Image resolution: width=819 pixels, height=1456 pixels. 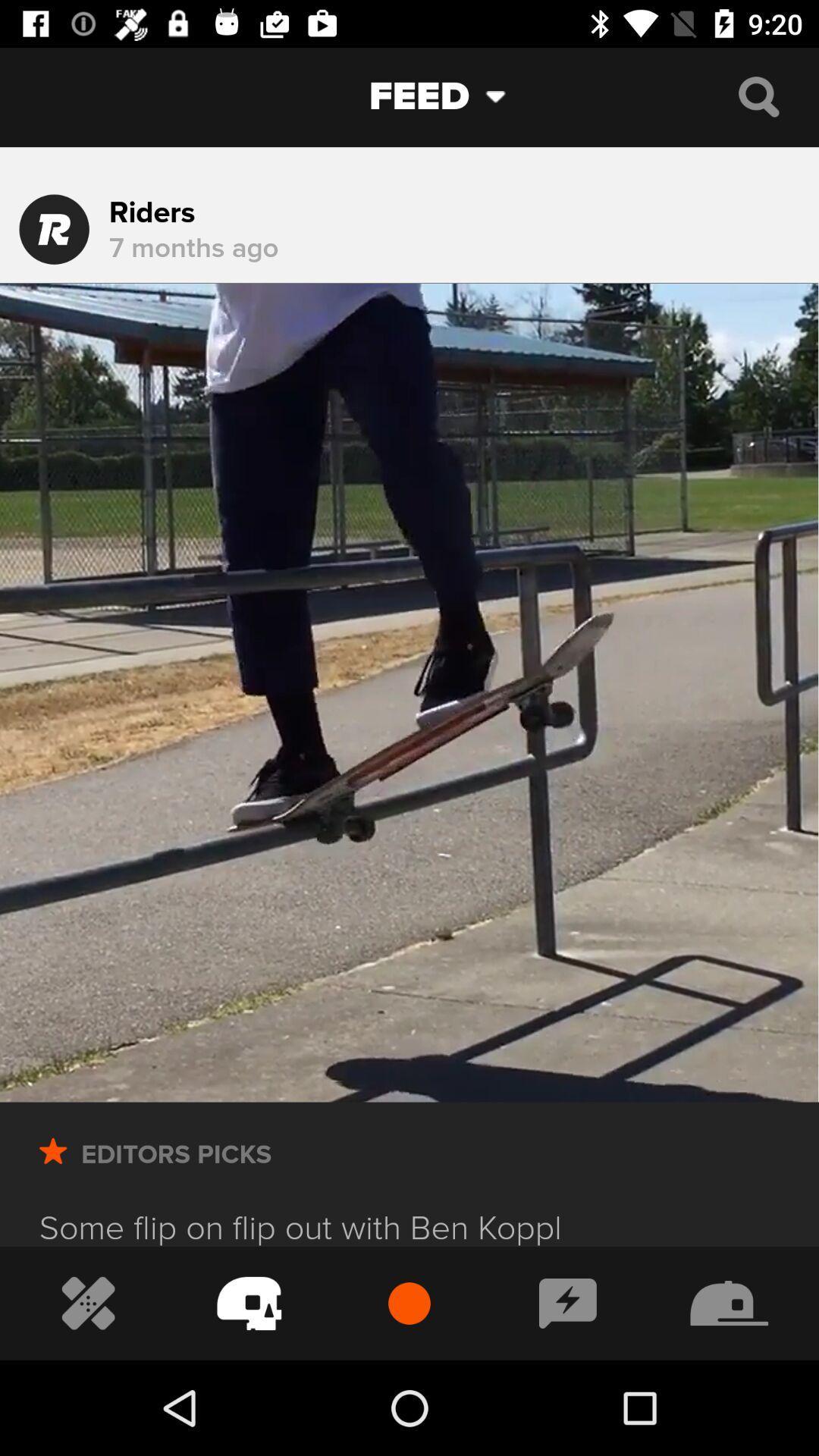 What do you see at coordinates (758, 96) in the screenshot?
I see `the search icon` at bounding box center [758, 96].